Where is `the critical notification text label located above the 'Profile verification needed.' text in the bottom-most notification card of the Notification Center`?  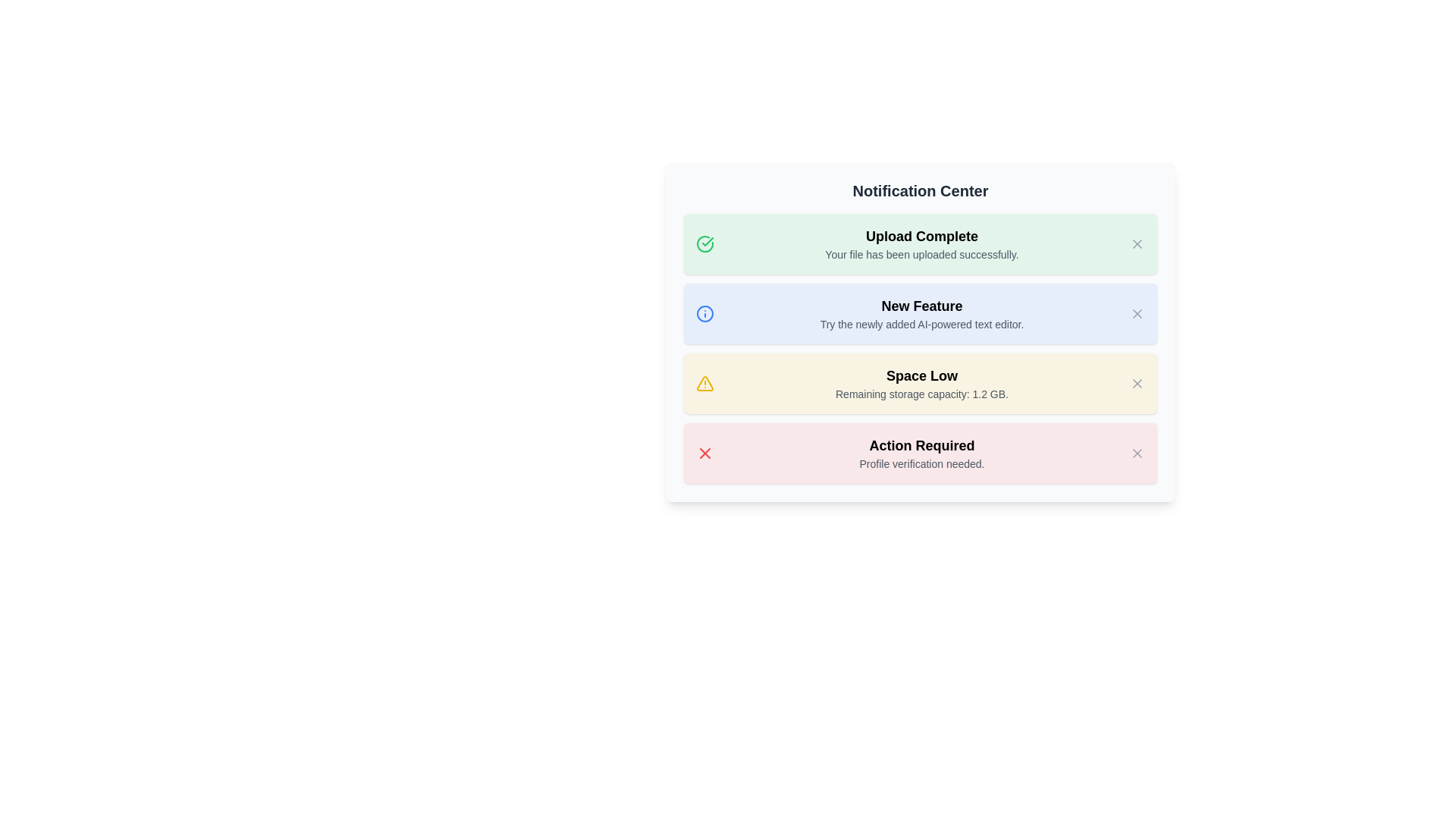 the critical notification text label located above the 'Profile verification needed.' text in the bottom-most notification card of the Notification Center is located at coordinates (921, 444).